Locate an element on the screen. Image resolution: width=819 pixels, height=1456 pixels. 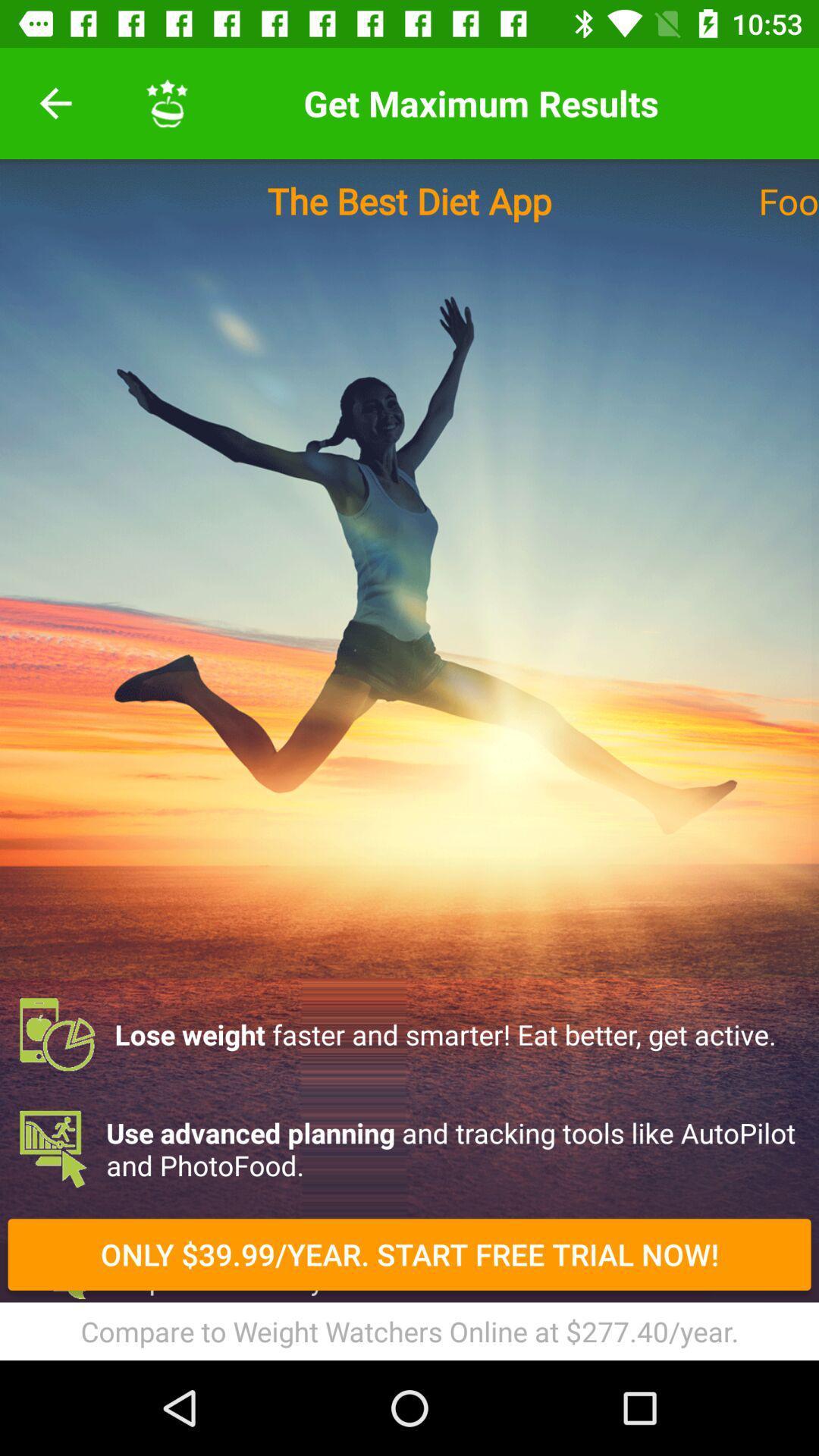
item above use advanced planning is located at coordinates (409, 1034).